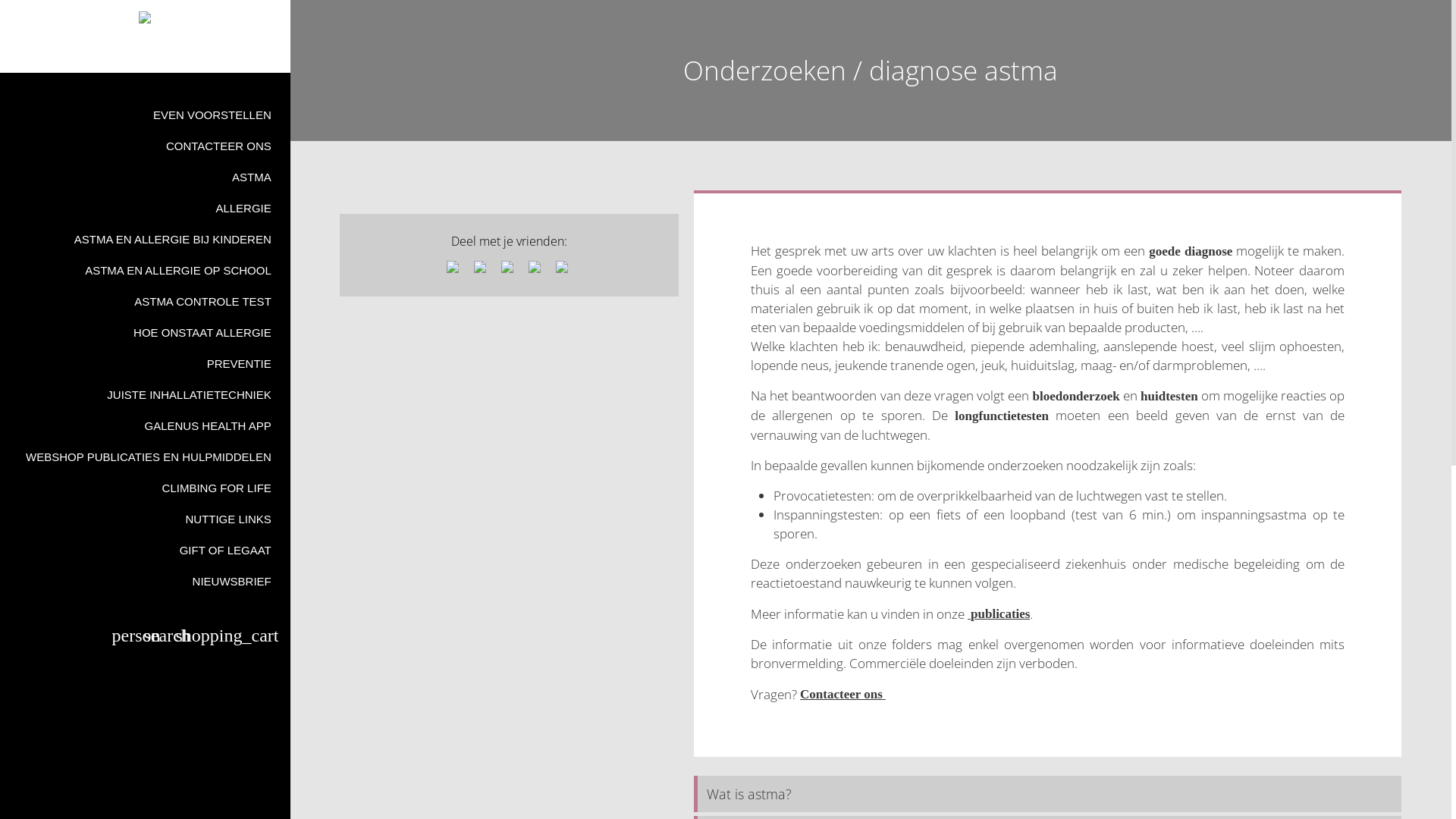 This screenshot has width=1456, height=819. I want to click on 'WEBSHOP PUBLICATIES EN HULPMIDDELEN', so click(145, 456).